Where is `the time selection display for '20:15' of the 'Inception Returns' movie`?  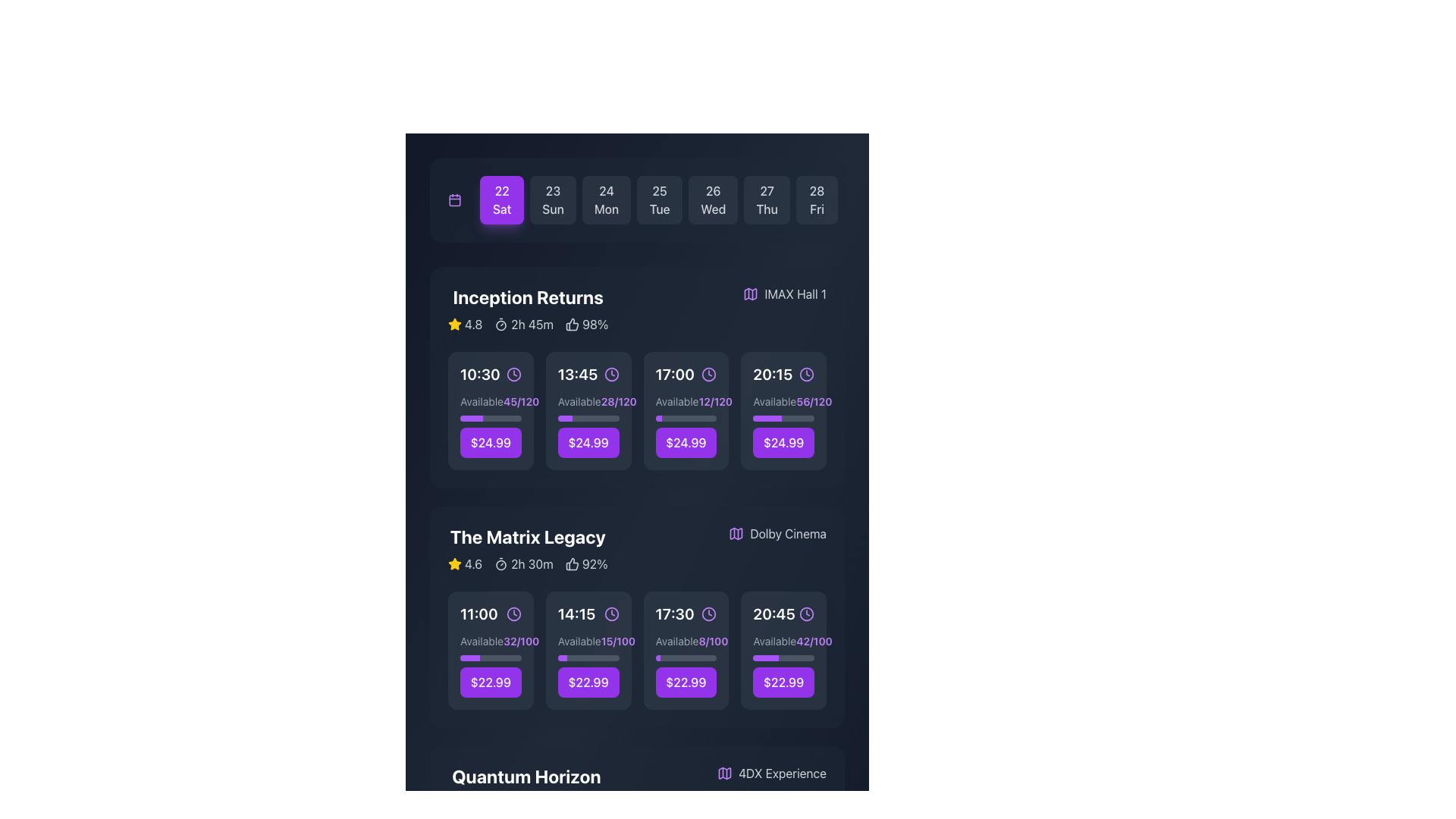 the time selection display for '20:15' of the 'Inception Returns' movie is located at coordinates (783, 374).